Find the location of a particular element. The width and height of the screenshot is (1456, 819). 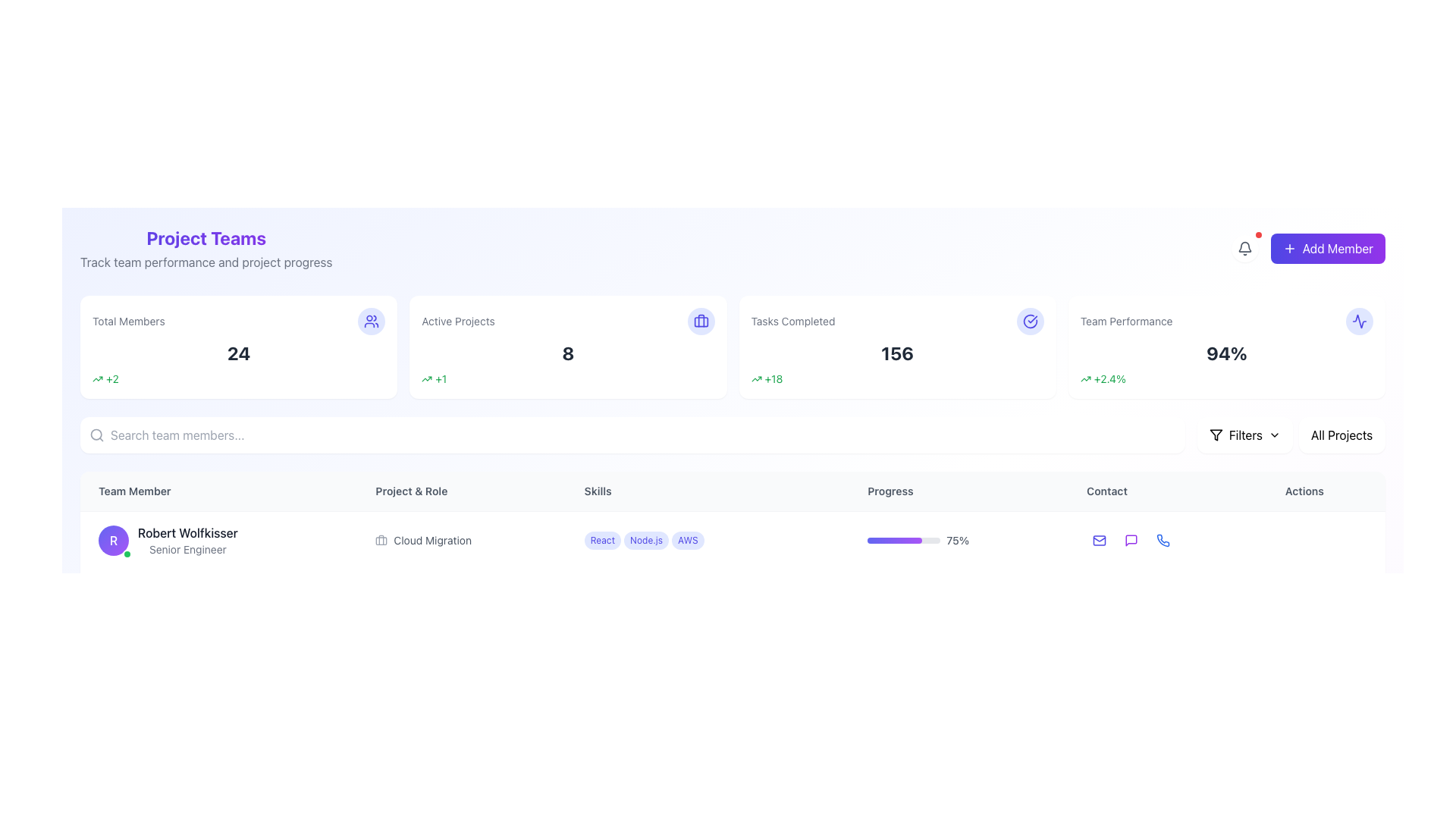

the email contact button in the 'Contact' column of the table row for 'Robert Wolfkisser' is located at coordinates (1100, 540).